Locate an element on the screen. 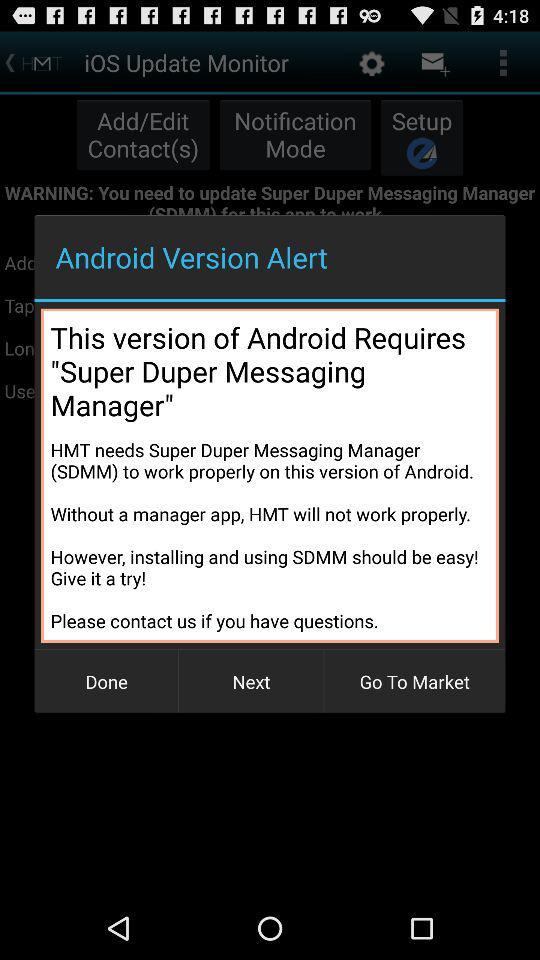 The image size is (540, 960). the item at the bottom is located at coordinates (251, 681).